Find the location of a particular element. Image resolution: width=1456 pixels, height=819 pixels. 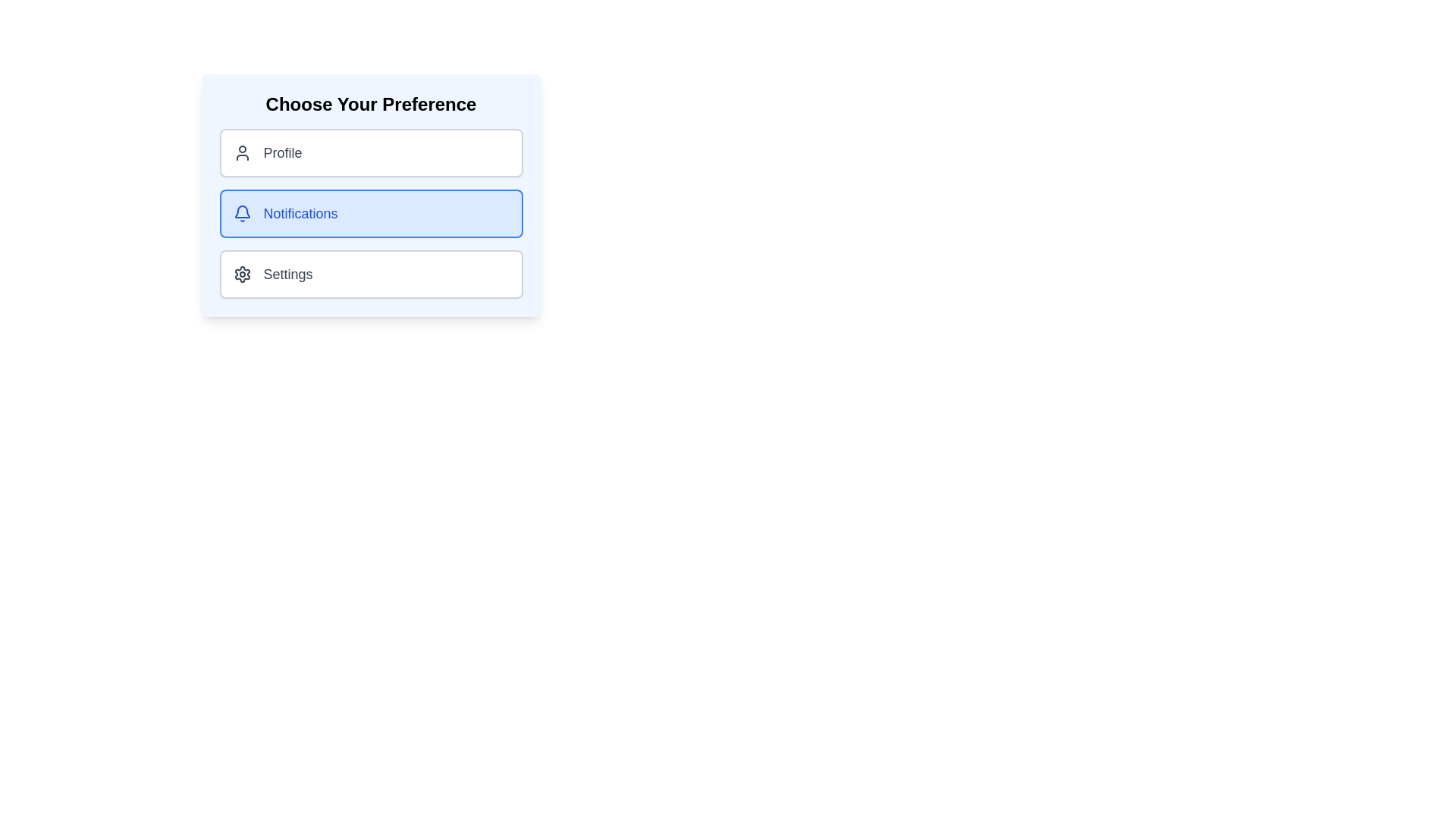

the text label 'Choose Your Preference', which is prominently displayed at the top of the card-like interface, serving as the section title is located at coordinates (371, 104).